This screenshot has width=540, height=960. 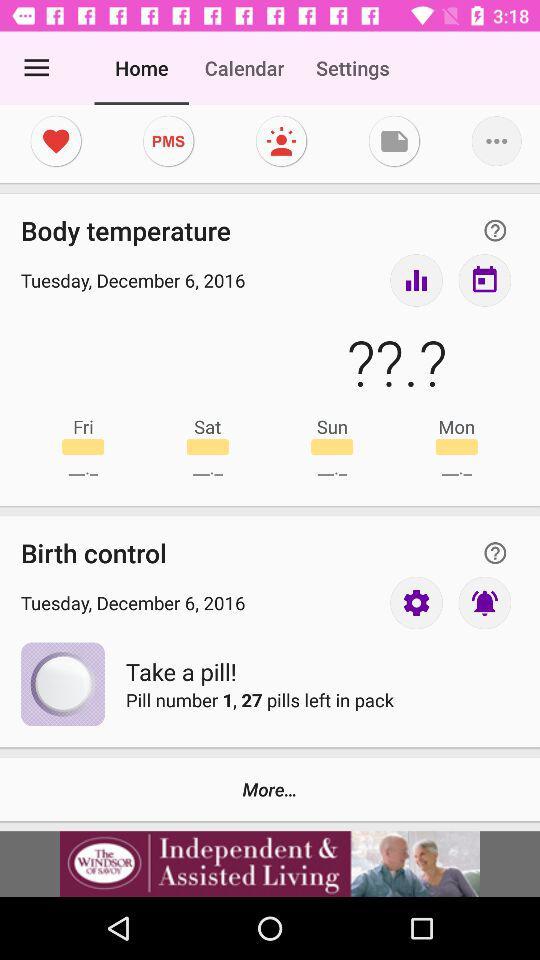 I want to click on the file, so click(x=394, y=140).